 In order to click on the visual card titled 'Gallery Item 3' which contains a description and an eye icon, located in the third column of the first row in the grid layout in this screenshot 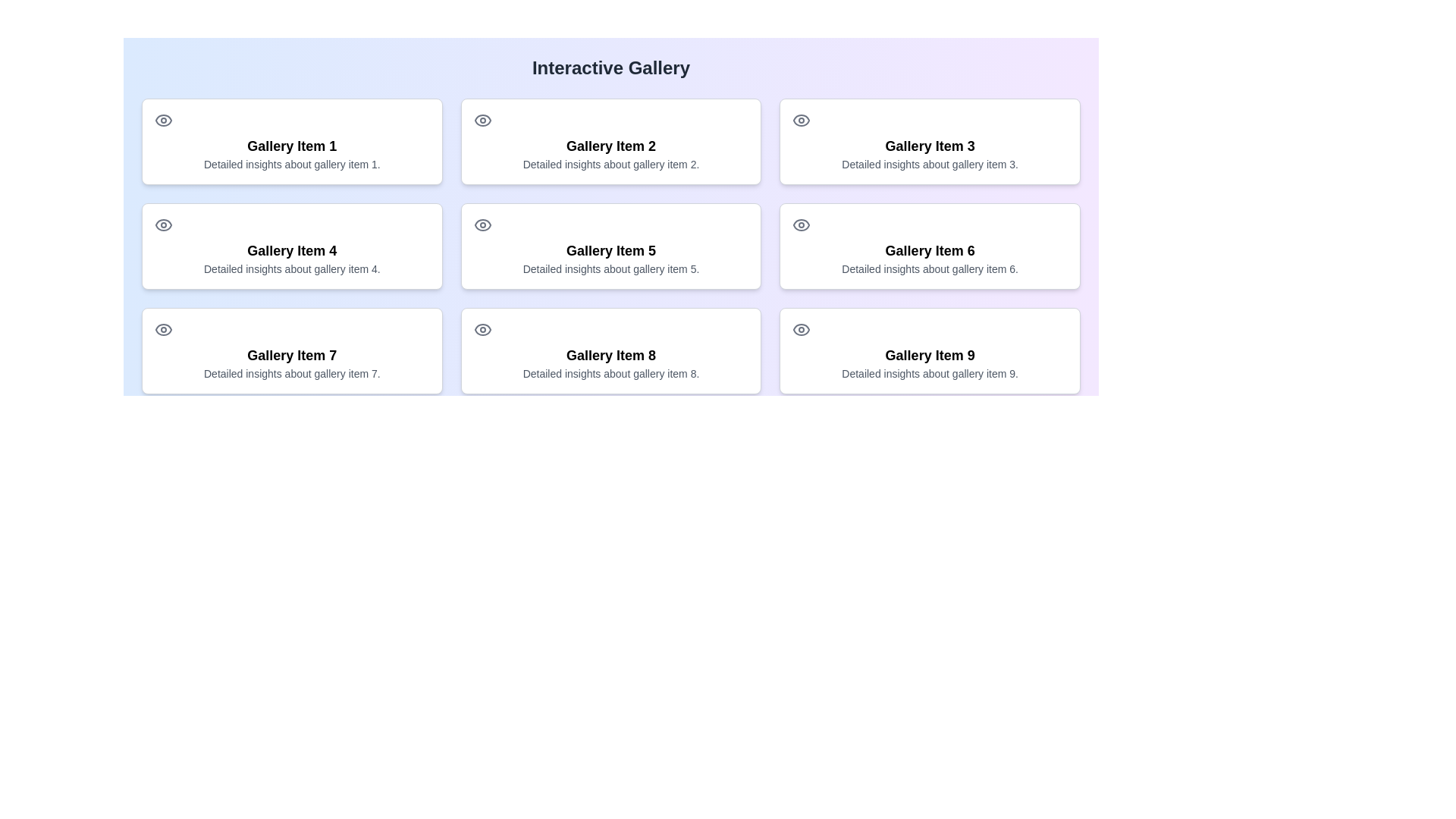, I will do `click(929, 141)`.